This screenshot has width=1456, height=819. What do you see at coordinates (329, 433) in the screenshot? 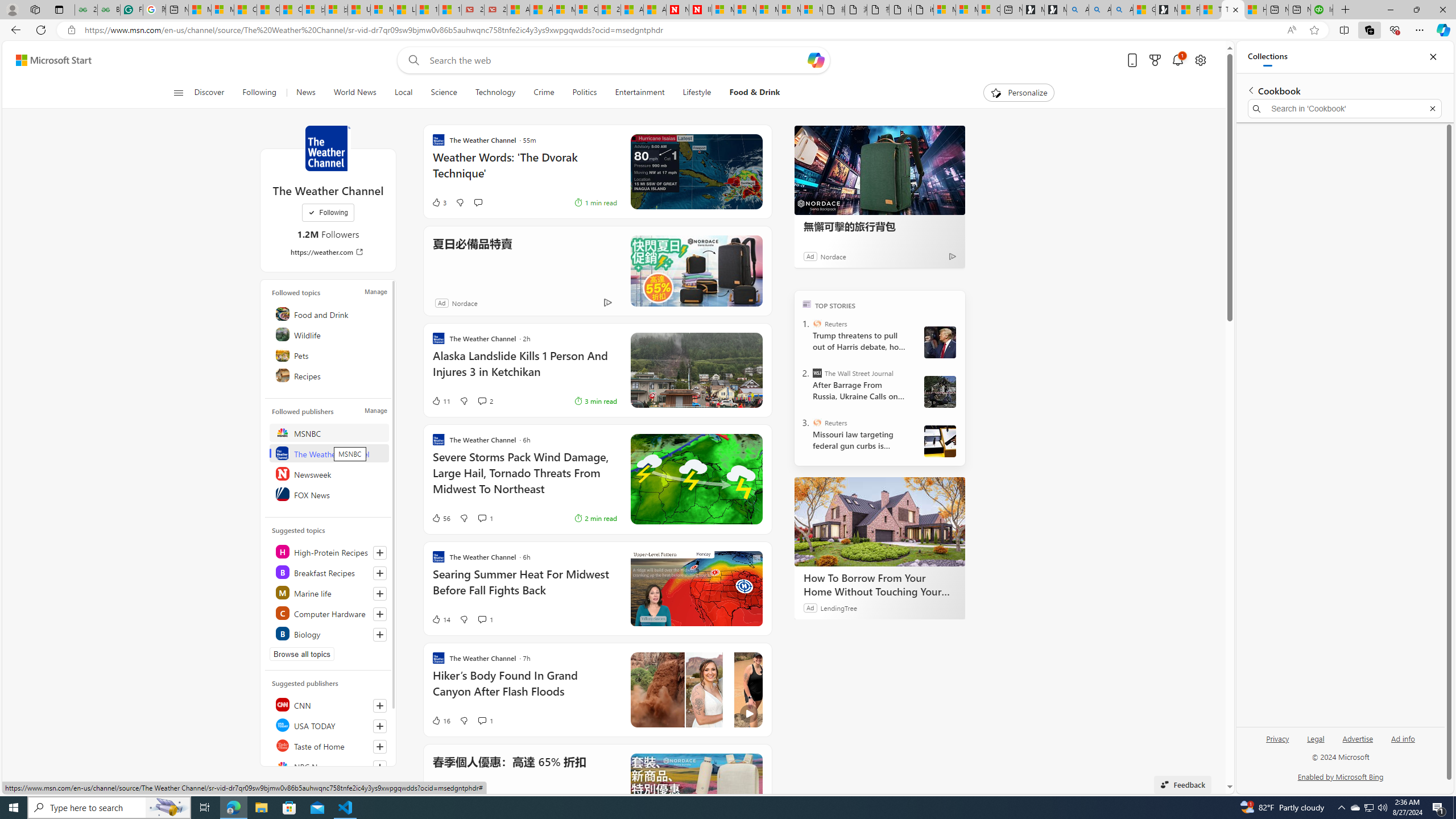
I see `'MSNBC'` at bounding box center [329, 433].